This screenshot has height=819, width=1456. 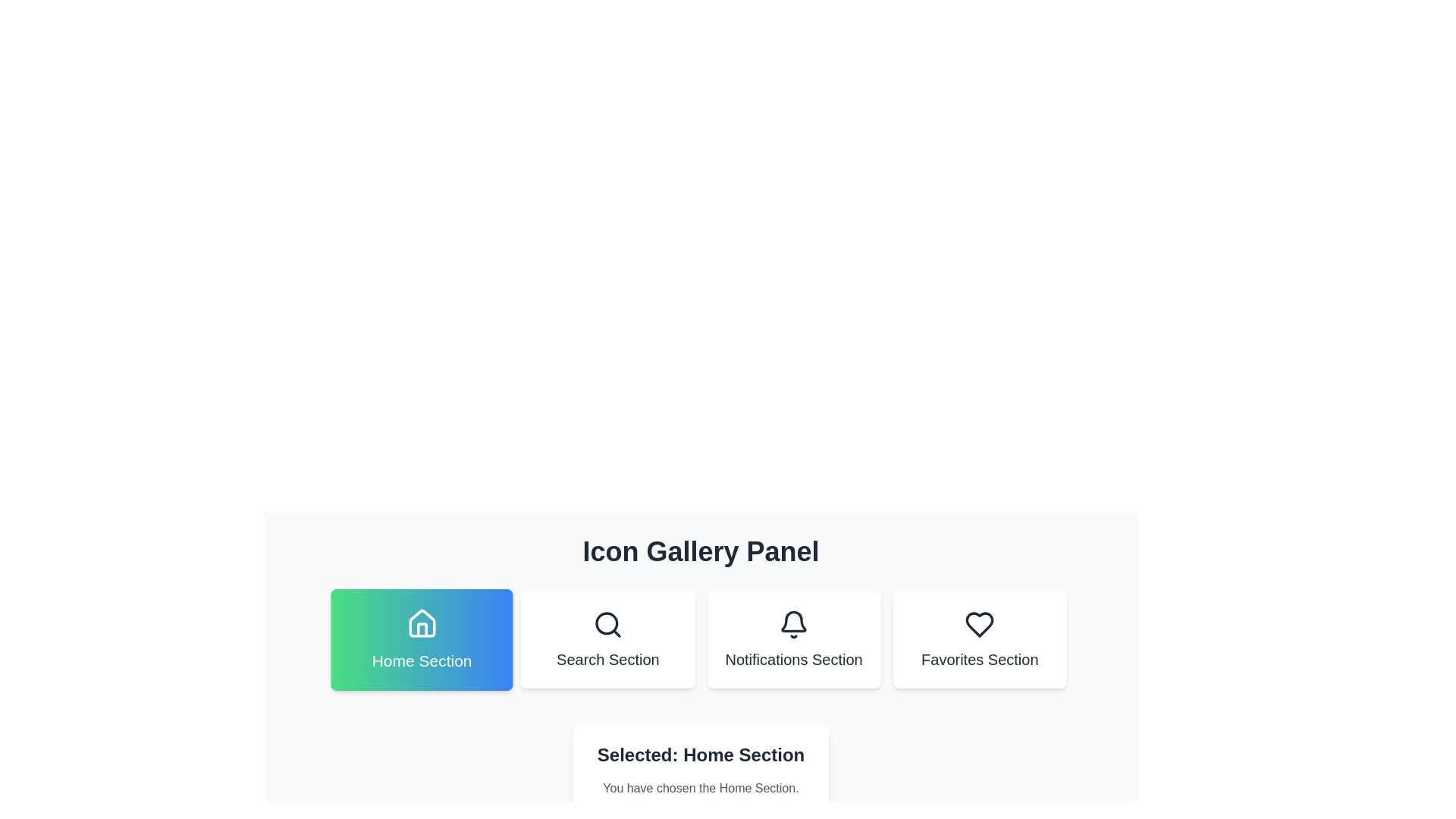 I want to click on the Notifications text label, which provides clarity about the corresponding feature, located in the lower central portion of the interface, so click(x=793, y=659).